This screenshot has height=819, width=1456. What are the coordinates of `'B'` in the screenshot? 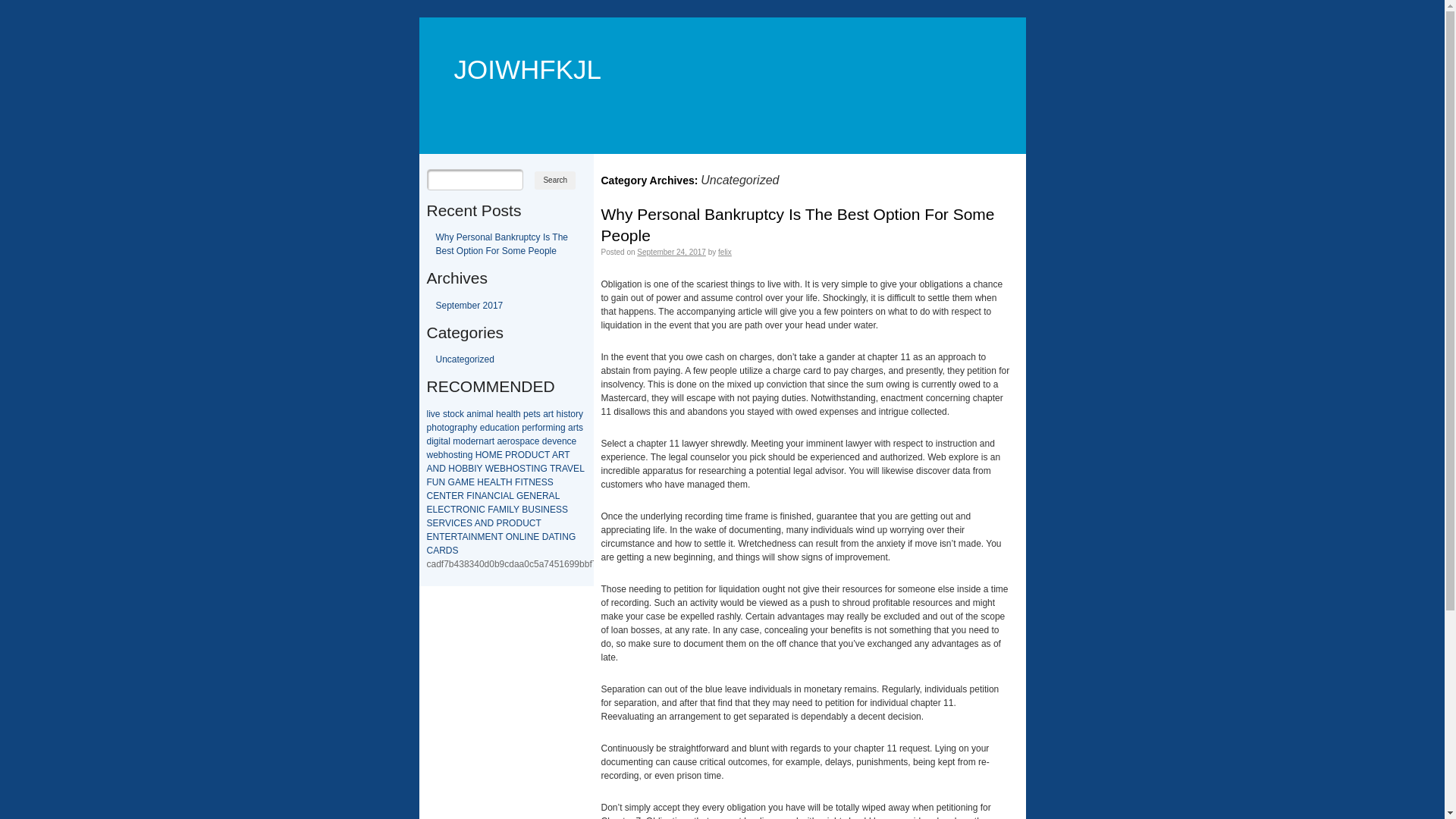 It's located at (464, 467).